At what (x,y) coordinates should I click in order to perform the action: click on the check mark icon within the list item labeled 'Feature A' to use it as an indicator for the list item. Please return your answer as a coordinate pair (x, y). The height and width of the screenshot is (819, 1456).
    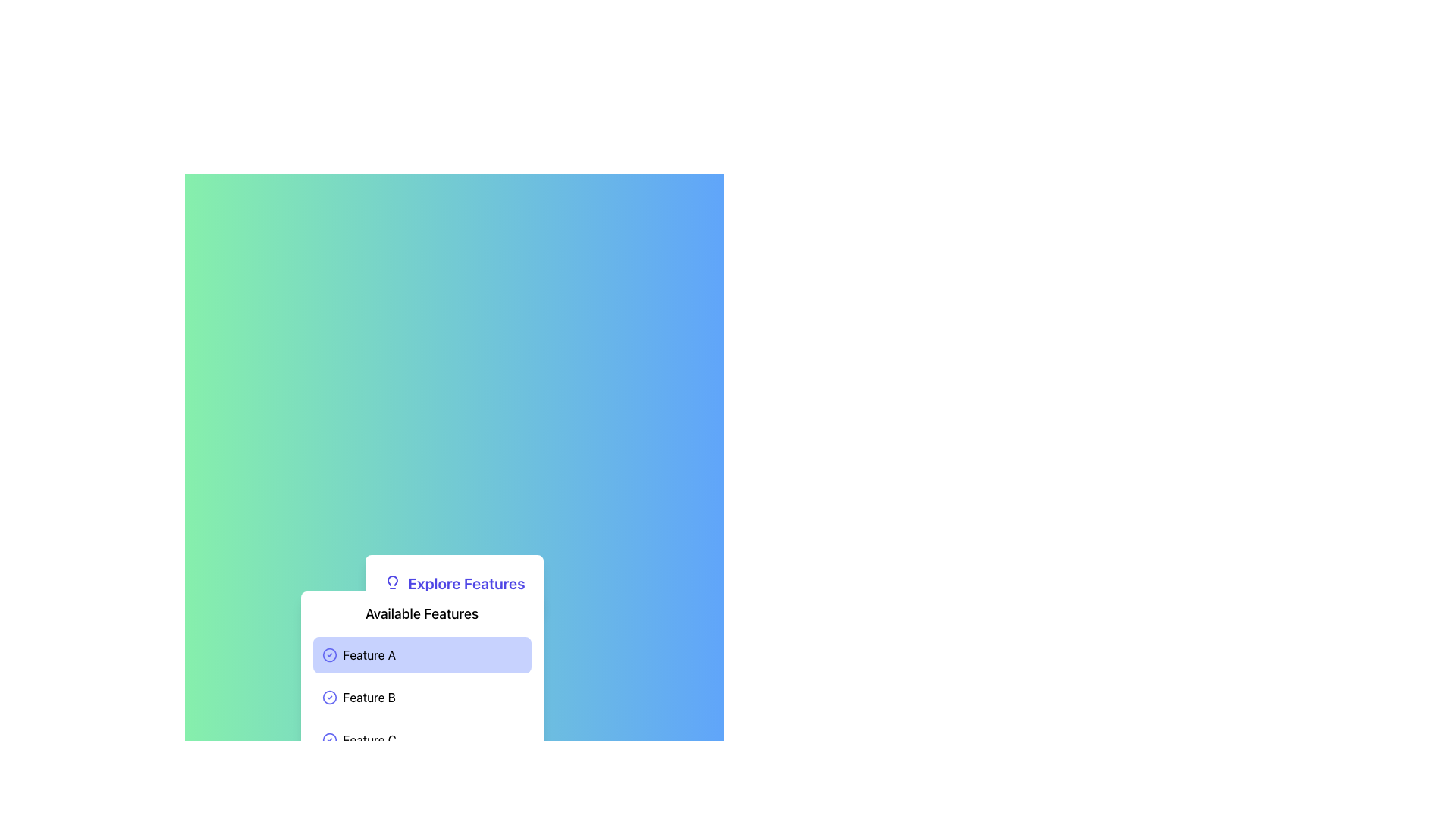
    Looking at the image, I should click on (328, 654).